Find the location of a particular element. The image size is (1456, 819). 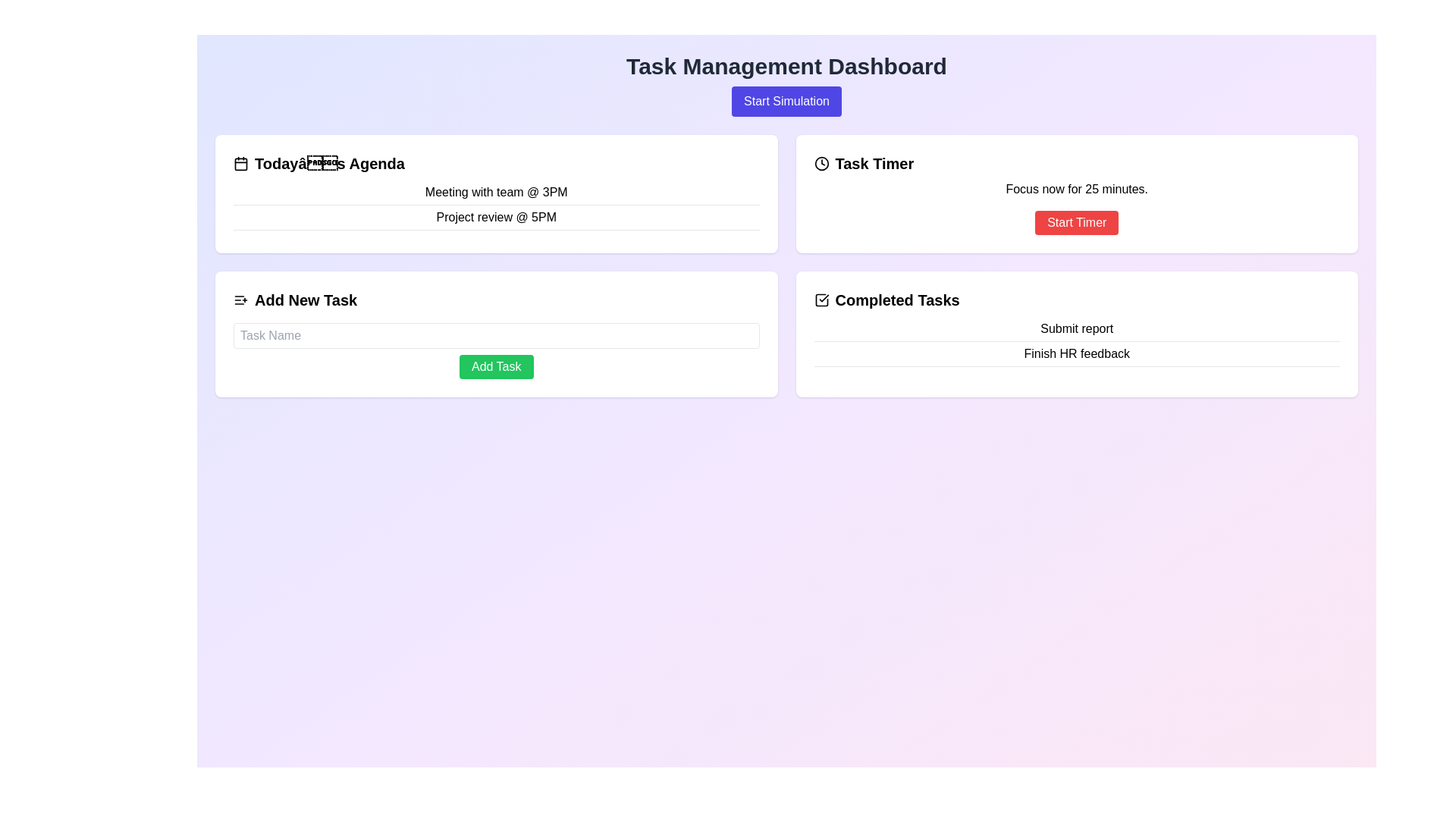

the rectangular 'Add Task' button with a green background and white text, located below the 'Task Name' input field is located at coordinates (496, 350).